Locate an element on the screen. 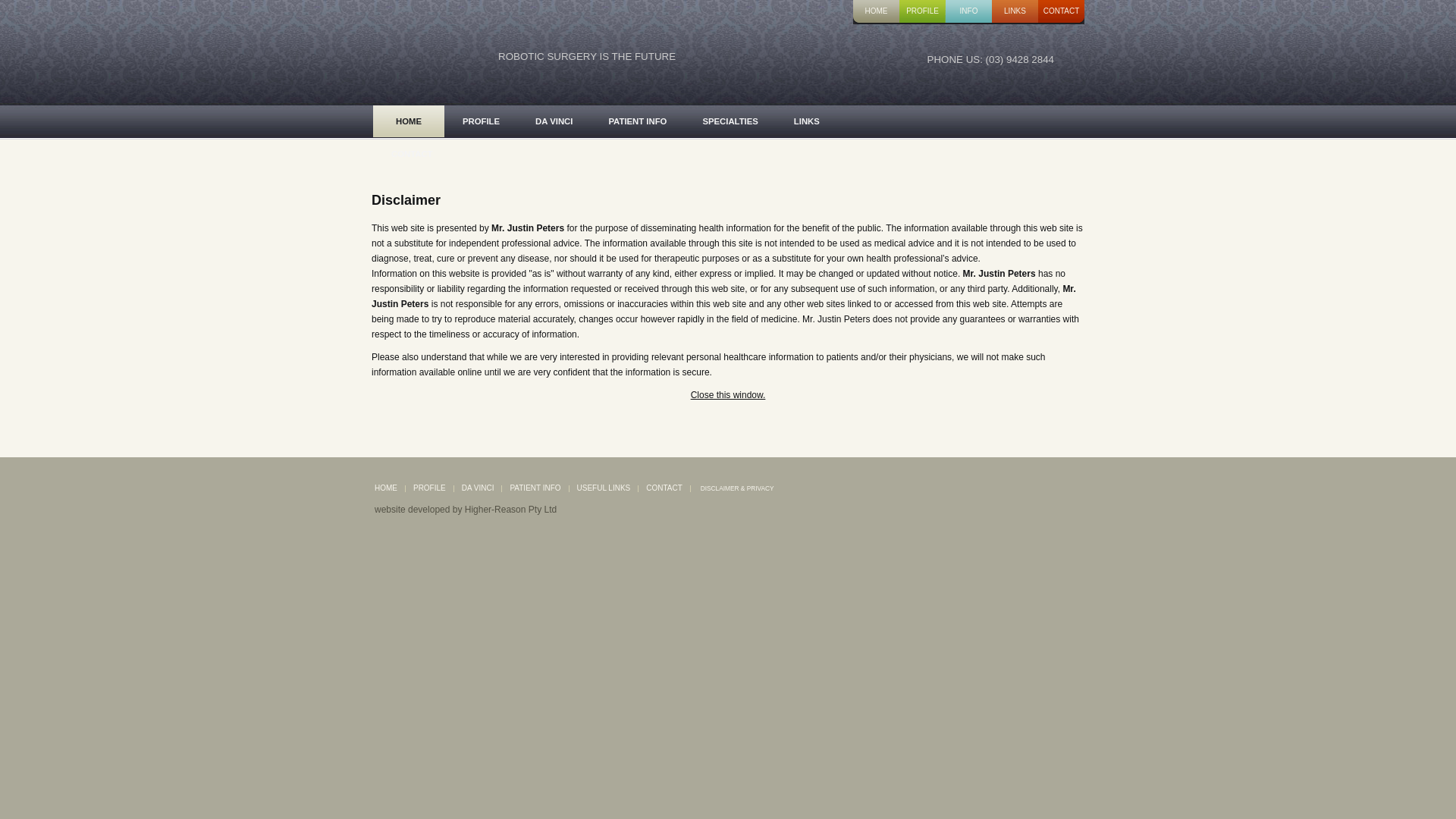  'PROFILE' is located at coordinates (443, 120).